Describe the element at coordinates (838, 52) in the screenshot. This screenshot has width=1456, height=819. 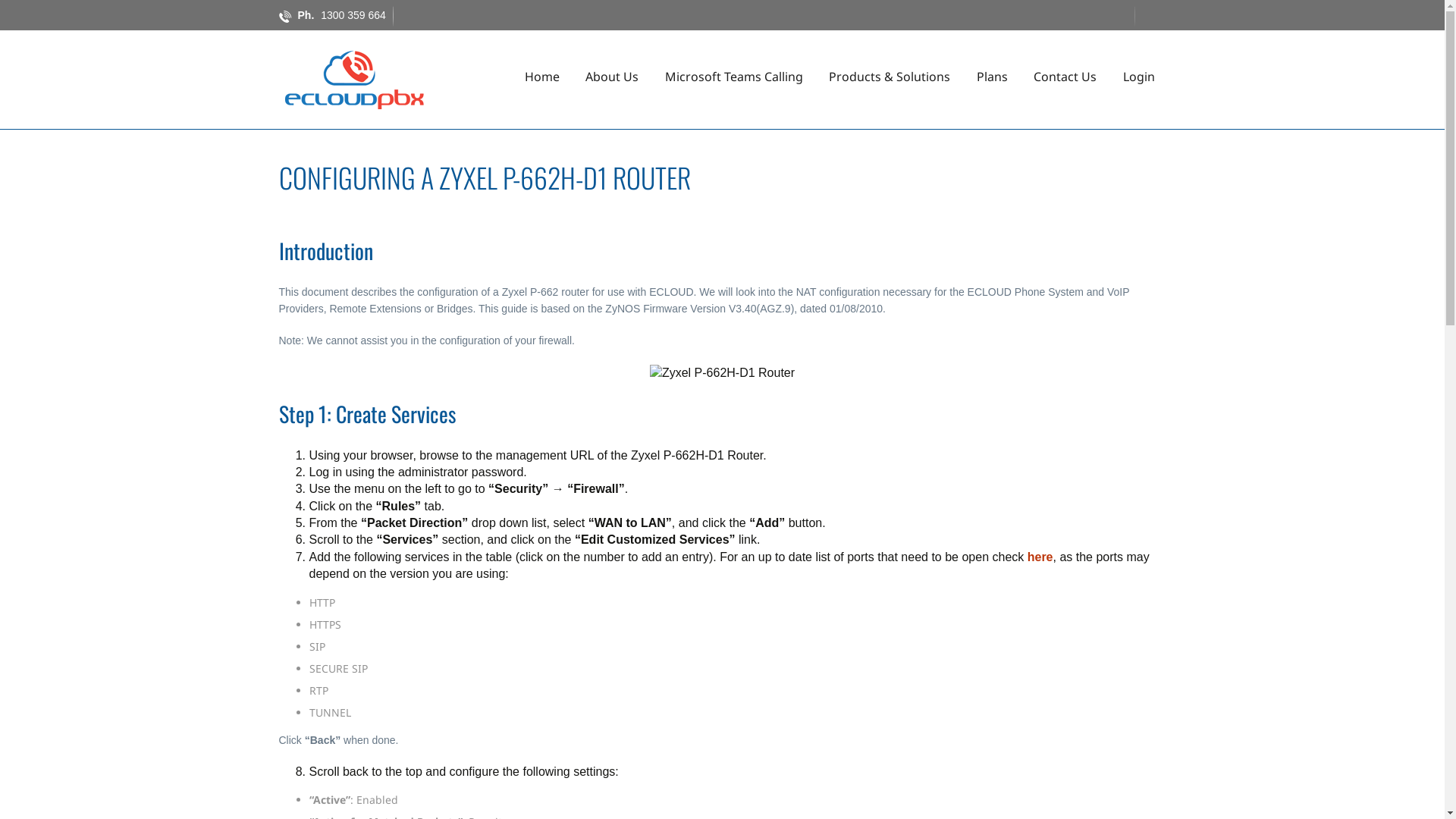
I see `'Skip to content'` at that location.